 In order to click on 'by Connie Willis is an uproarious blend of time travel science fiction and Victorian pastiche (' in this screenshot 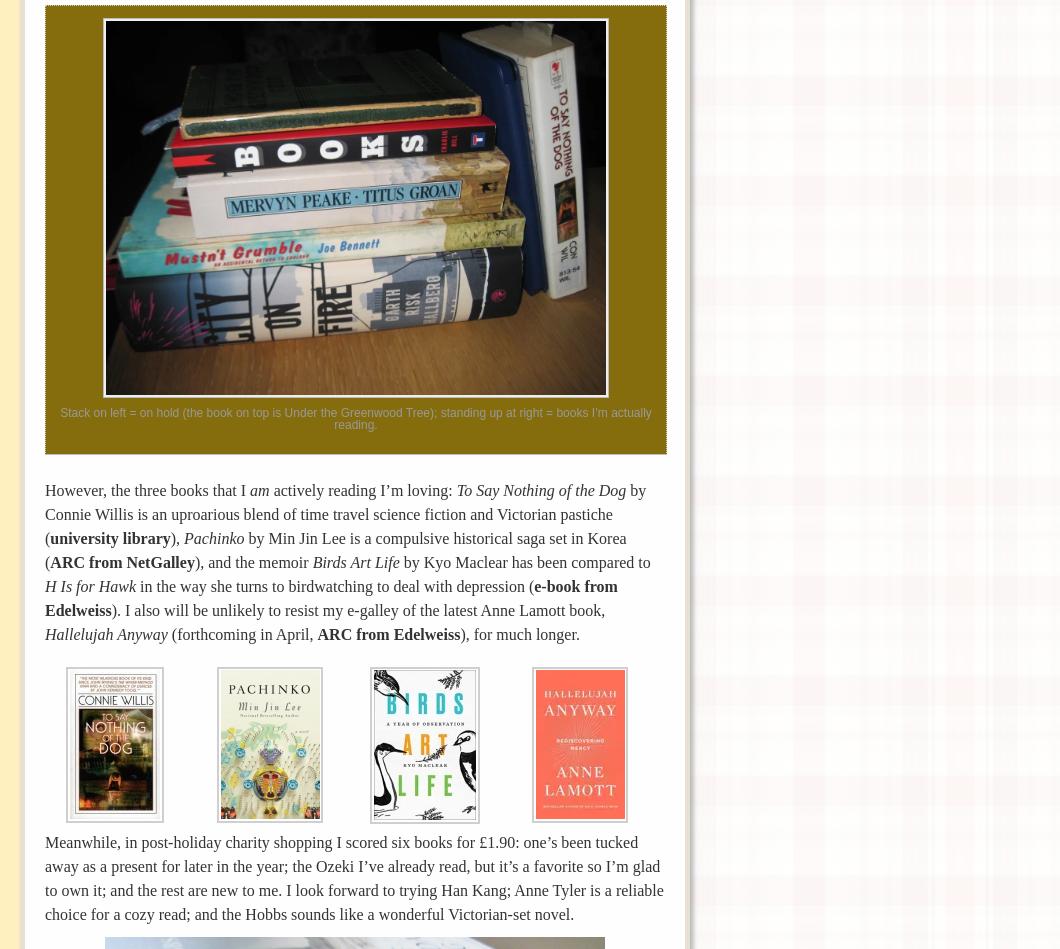, I will do `click(45, 512)`.